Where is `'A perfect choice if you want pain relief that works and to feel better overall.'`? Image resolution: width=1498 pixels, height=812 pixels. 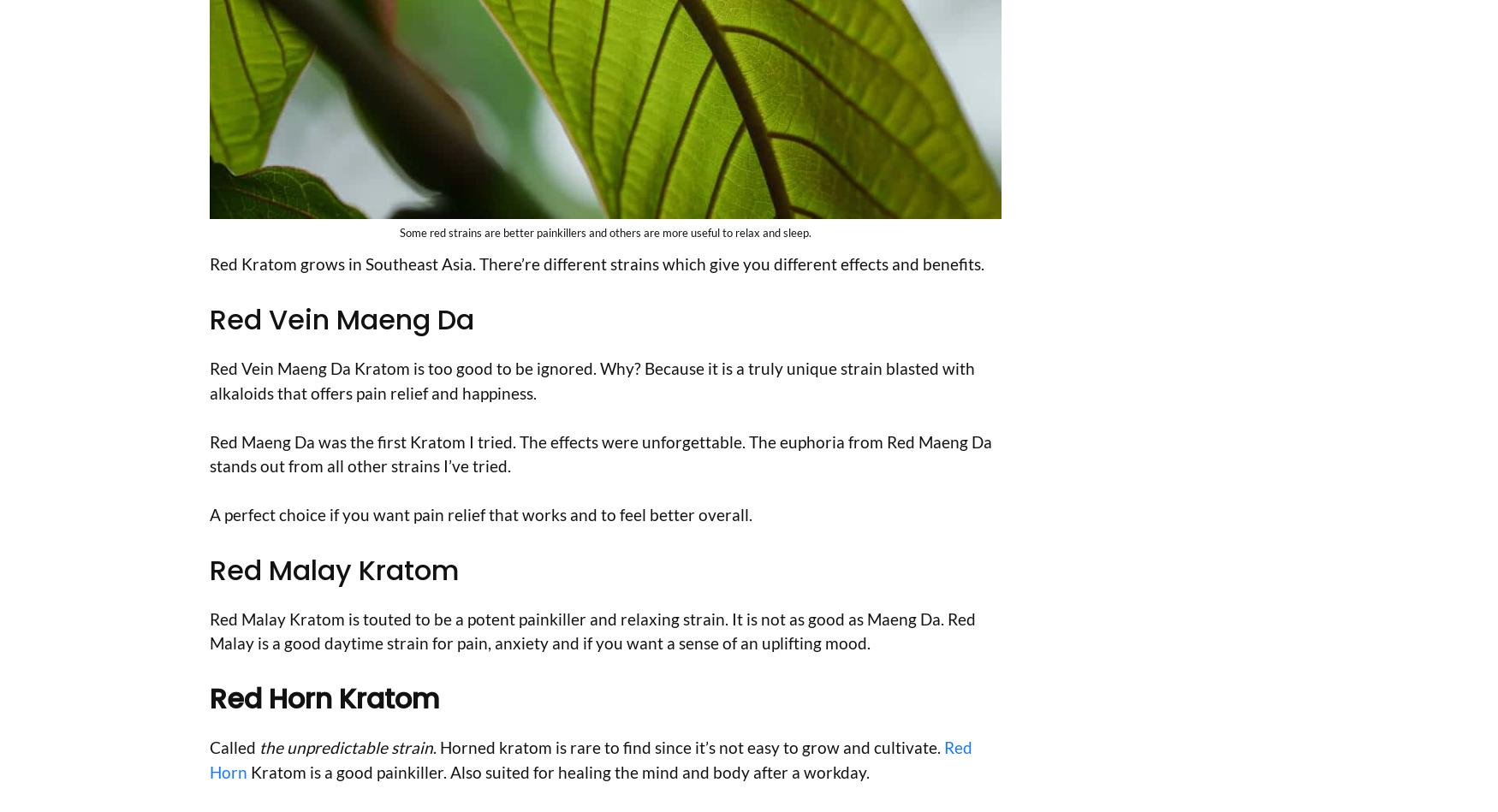 'A perfect choice if you want pain relief that works and to feel better overall.' is located at coordinates (479, 513).